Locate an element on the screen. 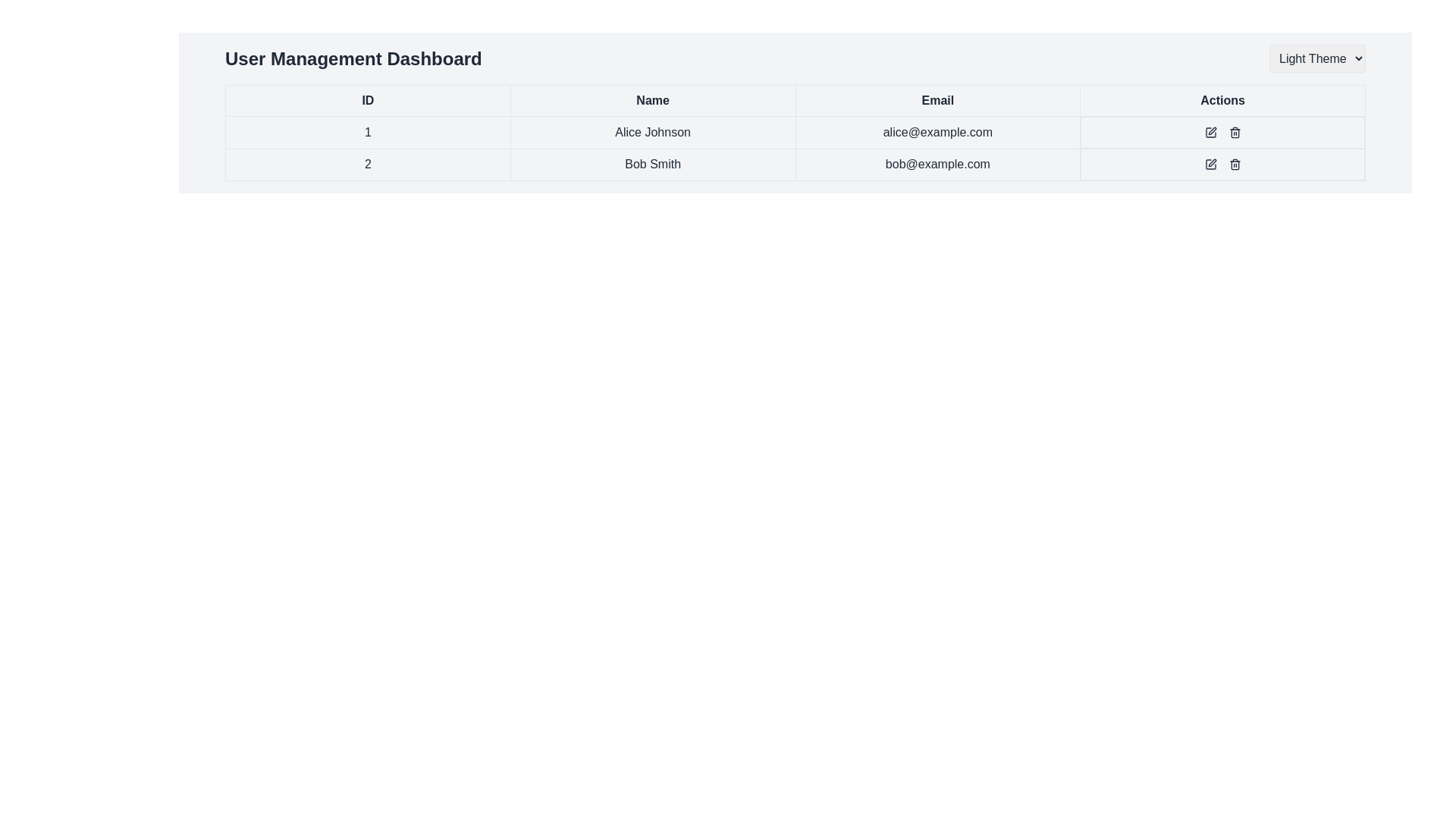 Image resolution: width=1456 pixels, height=819 pixels. the 'Name' column header in the table, which is the second header positioned between 'ID' and 'Email' is located at coordinates (653, 100).